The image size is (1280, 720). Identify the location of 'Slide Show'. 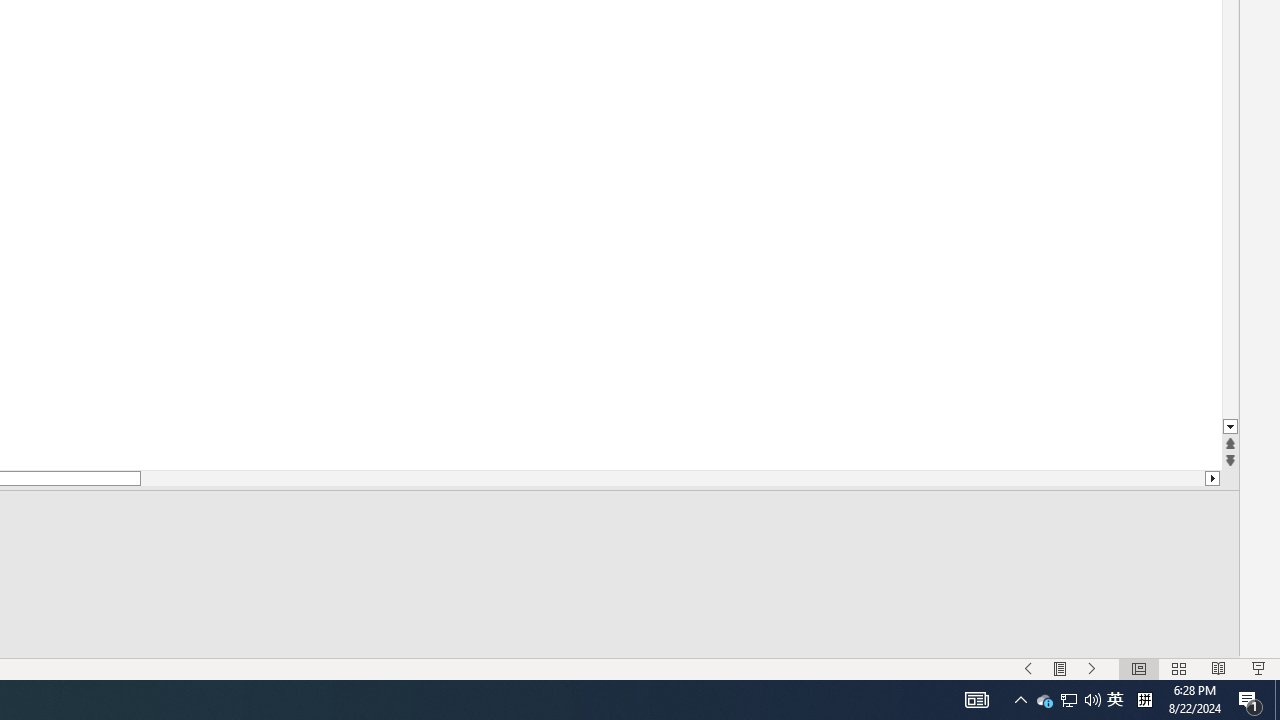
(1257, 669).